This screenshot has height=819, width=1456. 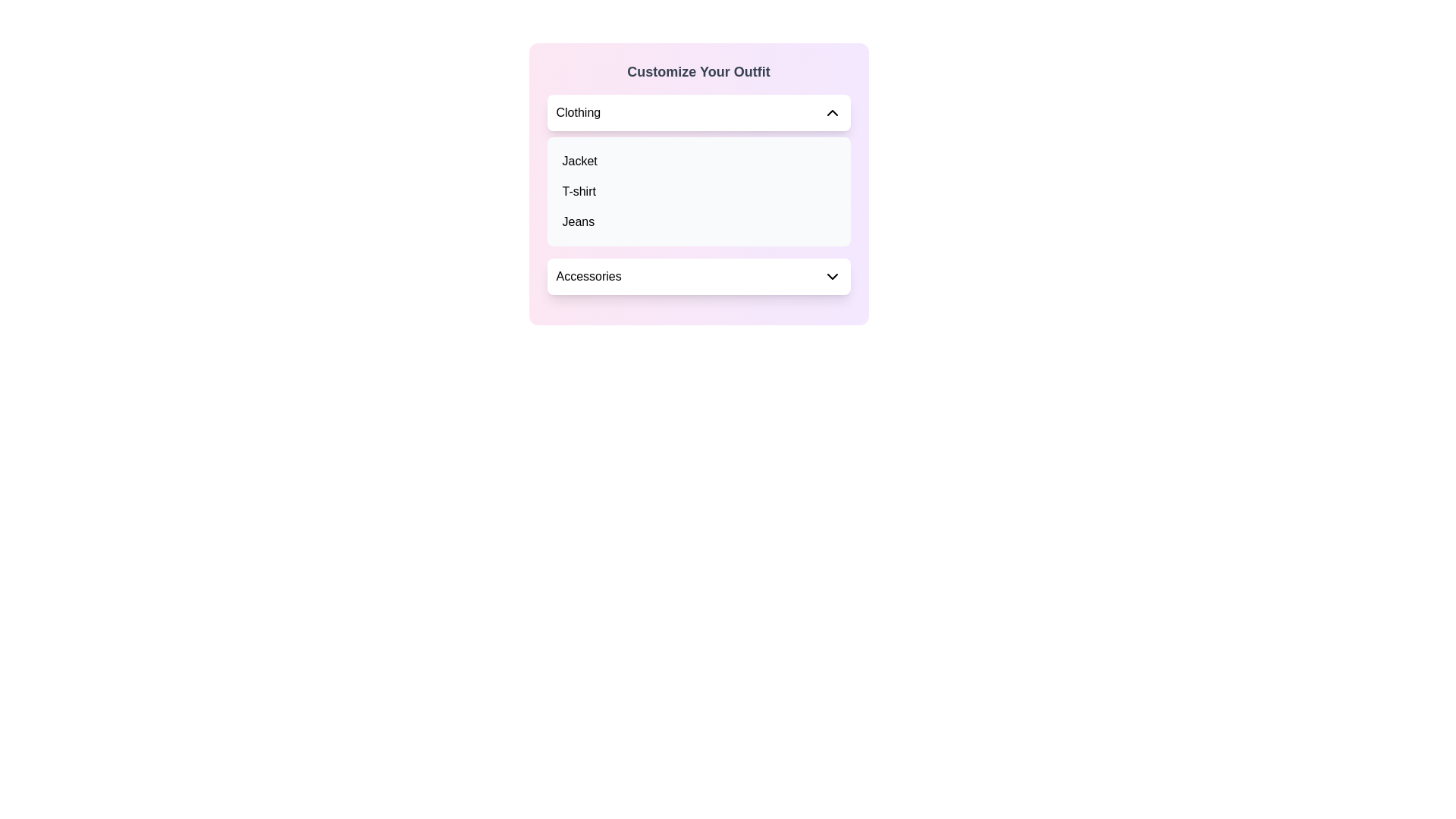 What do you see at coordinates (698, 191) in the screenshot?
I see `on the 'T-shirt' option in the 'Customize Your Outfit' selection menu, which is the second item in the list between 'Jacket' and 'Jeans'` at bounding box center [698, 191].